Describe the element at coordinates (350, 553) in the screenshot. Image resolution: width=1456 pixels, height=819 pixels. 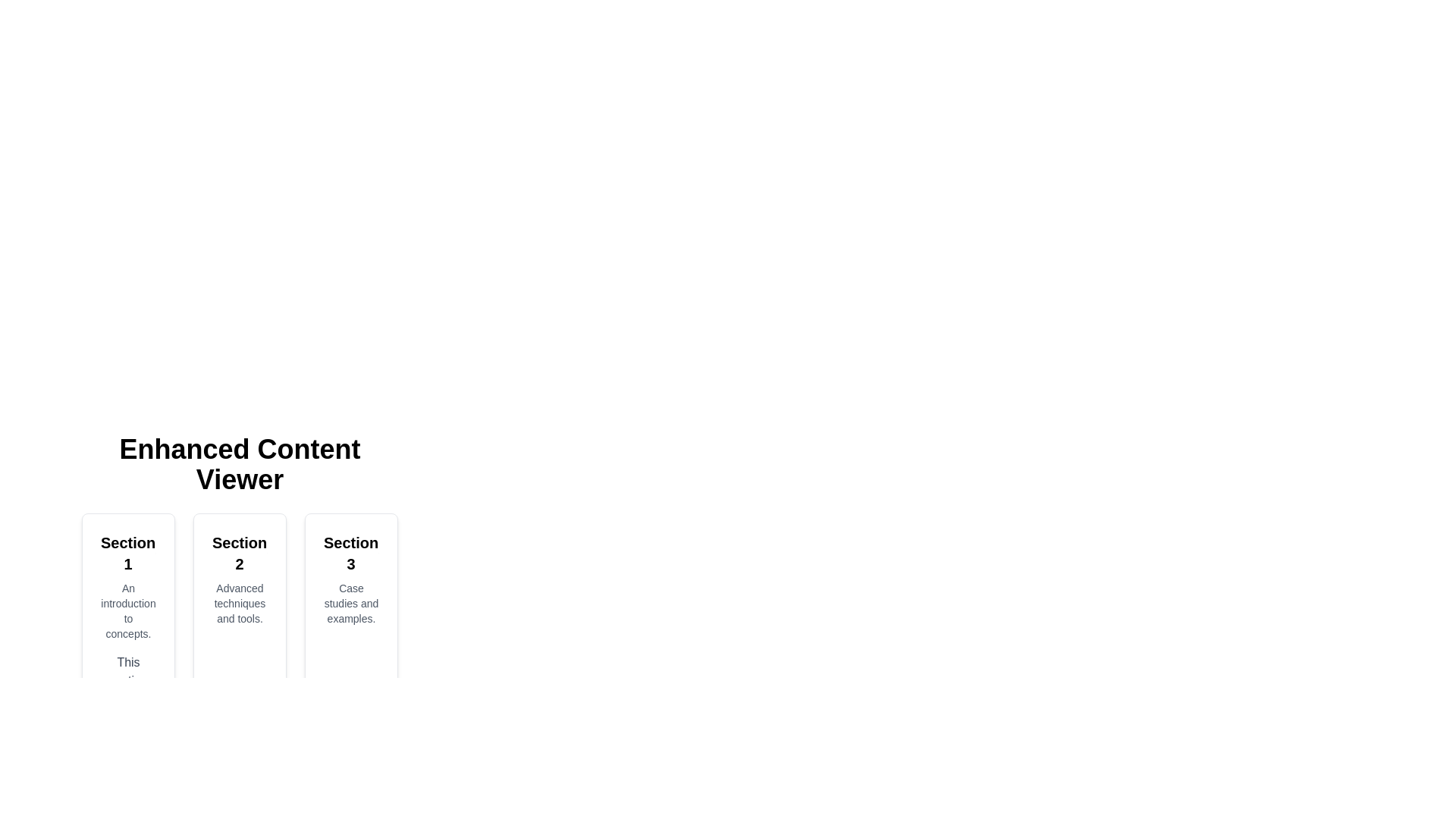
I see `the header text element labeled 'Section 3' which is positioned at the top of the card in a grid layout` at that location.